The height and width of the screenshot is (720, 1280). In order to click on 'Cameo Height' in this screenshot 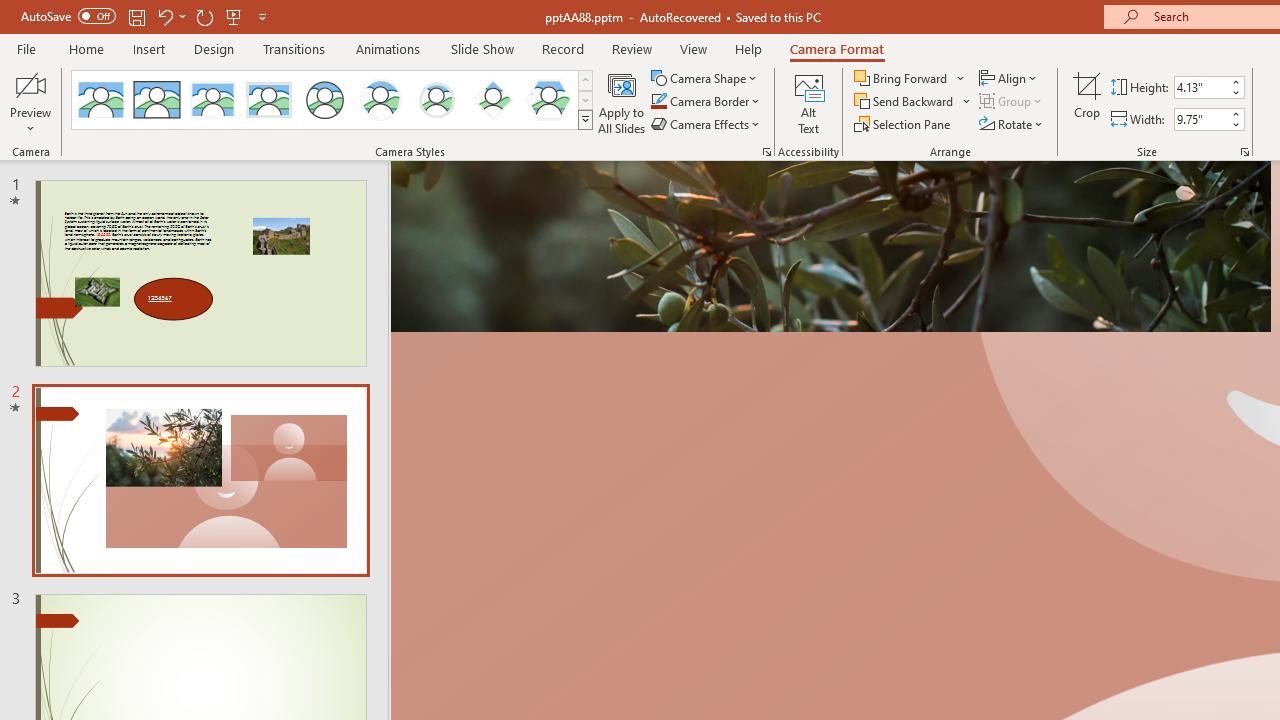, I will do `click(1200, 86)`.